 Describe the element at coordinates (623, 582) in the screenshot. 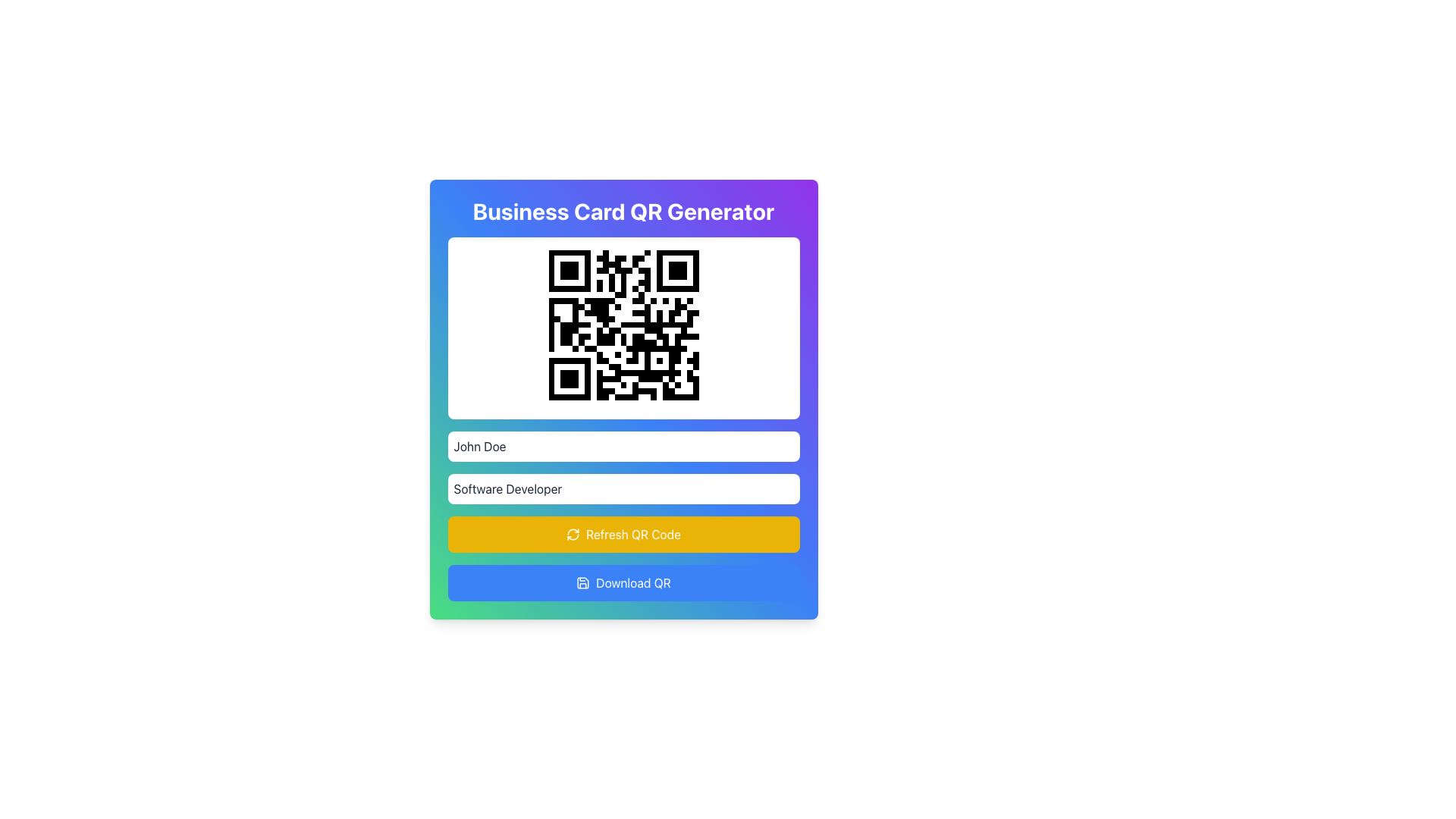

I see `the blue 'Download QR' button with white text and save icon located below the 'Refresh QR Code' button` at that location.